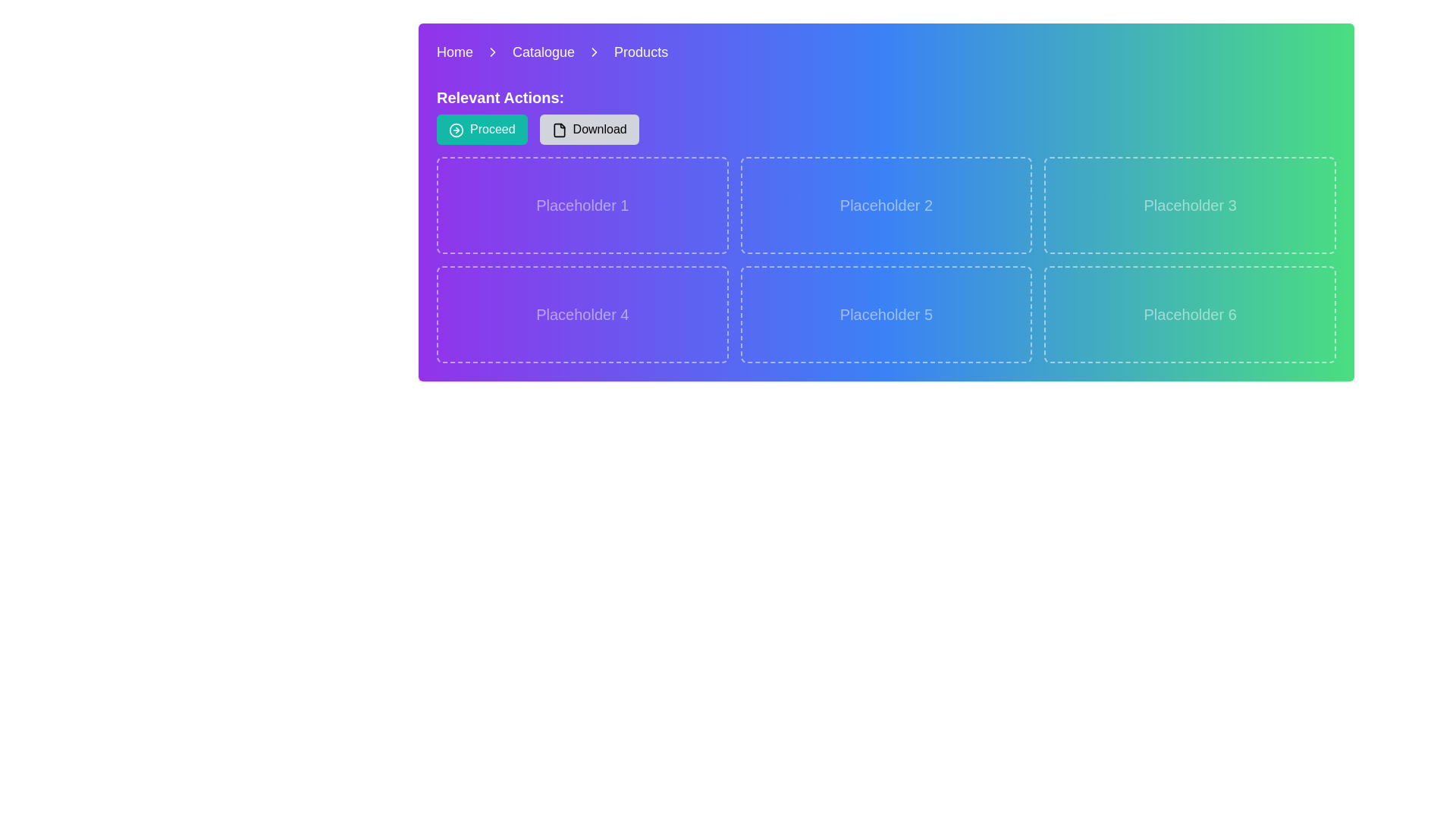 The height and width of the screenshot is (819, 1456). What do you see at coordinates (500, 97) in the screenshot?
I see `the Text Label that categorizes the subsequent buttons, located in the upper left portion of the interface, directly below navigation breadcrumbs and above the 'Proceed' and 'Download' buttons` at bounding box center [500, 97].